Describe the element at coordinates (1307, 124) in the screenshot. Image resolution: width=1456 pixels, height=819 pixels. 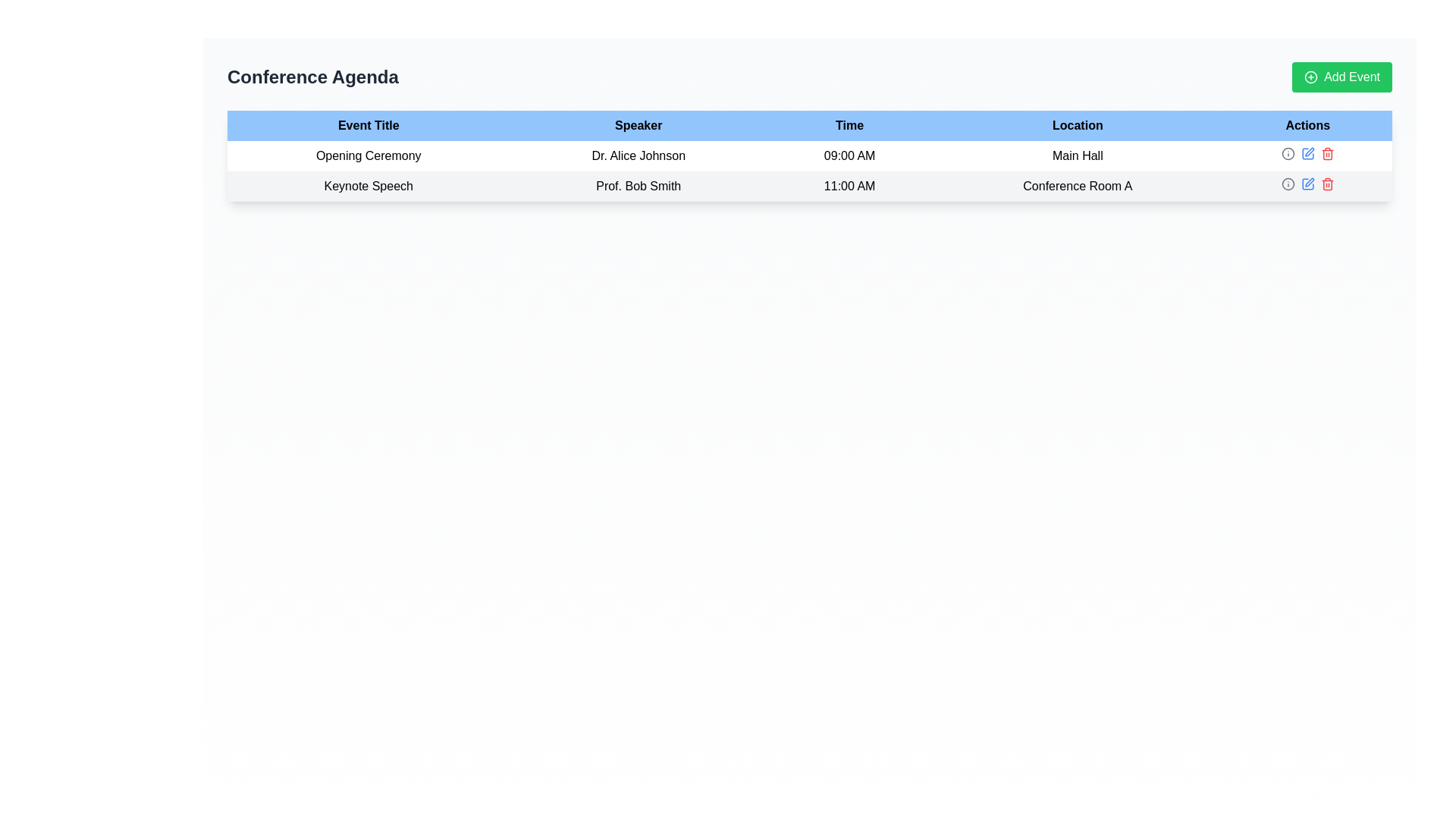
I see `the 'Actions' column header in the table, which is the last header aligned to the right of the 'Location' header` at that location.